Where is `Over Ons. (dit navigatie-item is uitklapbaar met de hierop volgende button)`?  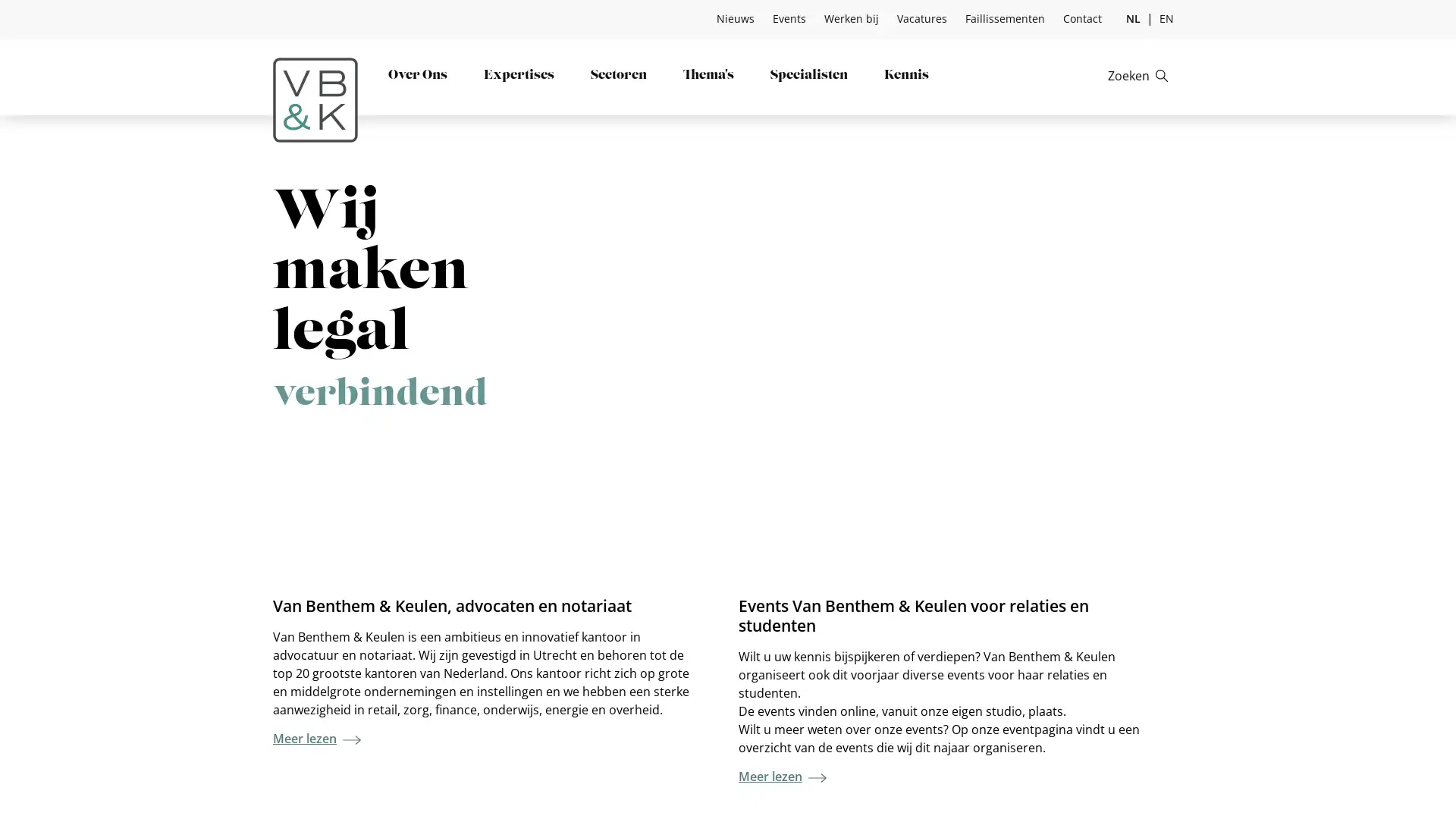 Over Ons. (dit navigatie-item is uitklapbaar met de hierop volgende button) is located at coordinates (418, 76).